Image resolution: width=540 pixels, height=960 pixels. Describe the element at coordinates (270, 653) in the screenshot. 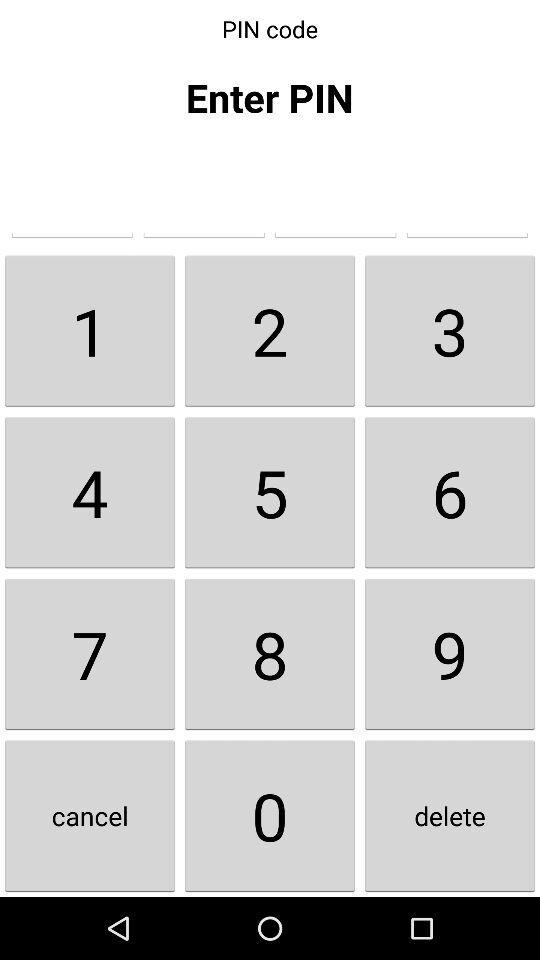

I see `the item below the 4 button` at that location.